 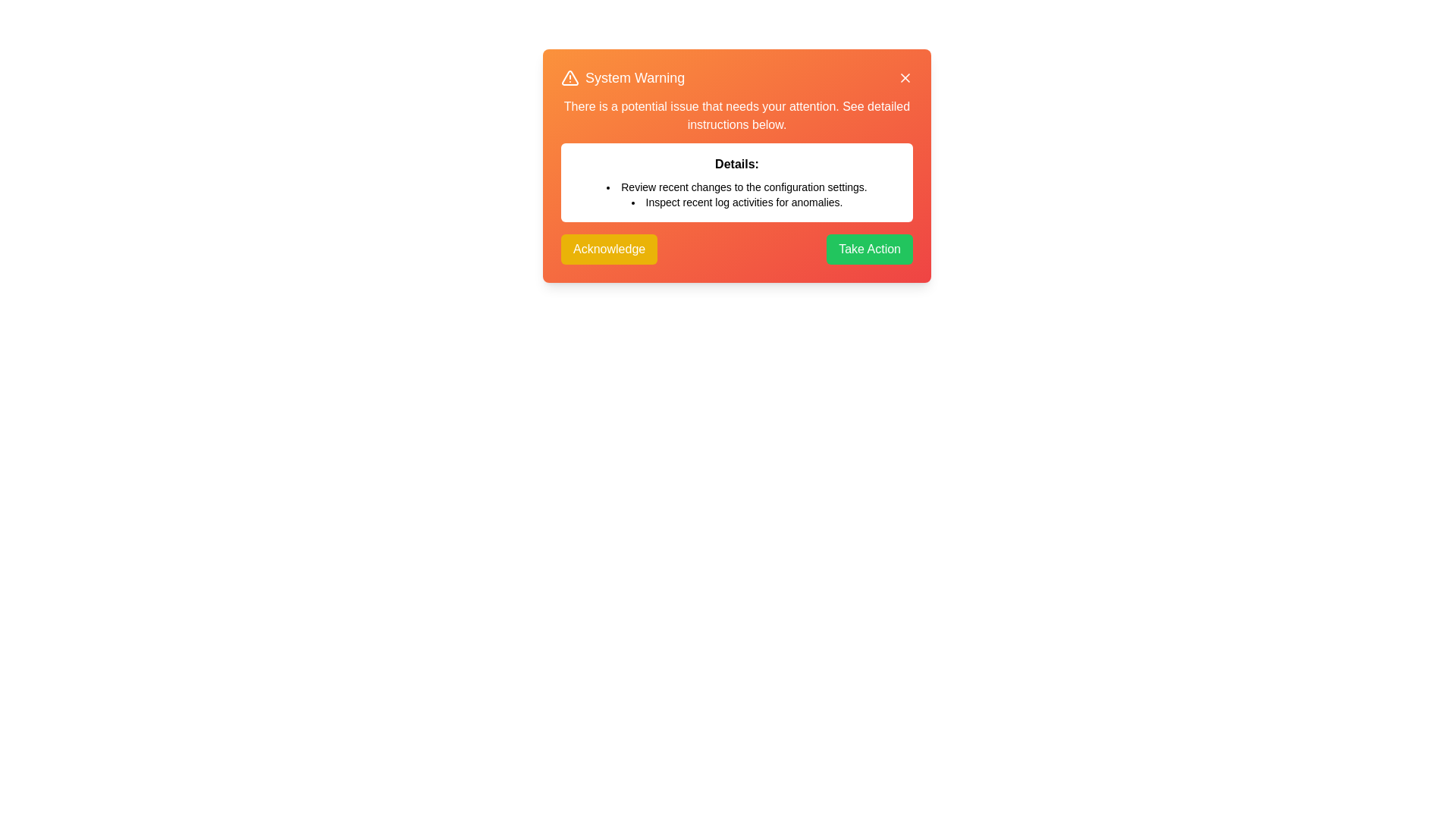 What do you see at coordinates (736, 115) in the screenshot?
I see `the text that reads 'There is a potential issue that needs your attention. See detailed instructions below.' which is displayed in white on an orange background, located beneath the title 'System Warning' in a modal dialog` at bounding box center [736, 115].